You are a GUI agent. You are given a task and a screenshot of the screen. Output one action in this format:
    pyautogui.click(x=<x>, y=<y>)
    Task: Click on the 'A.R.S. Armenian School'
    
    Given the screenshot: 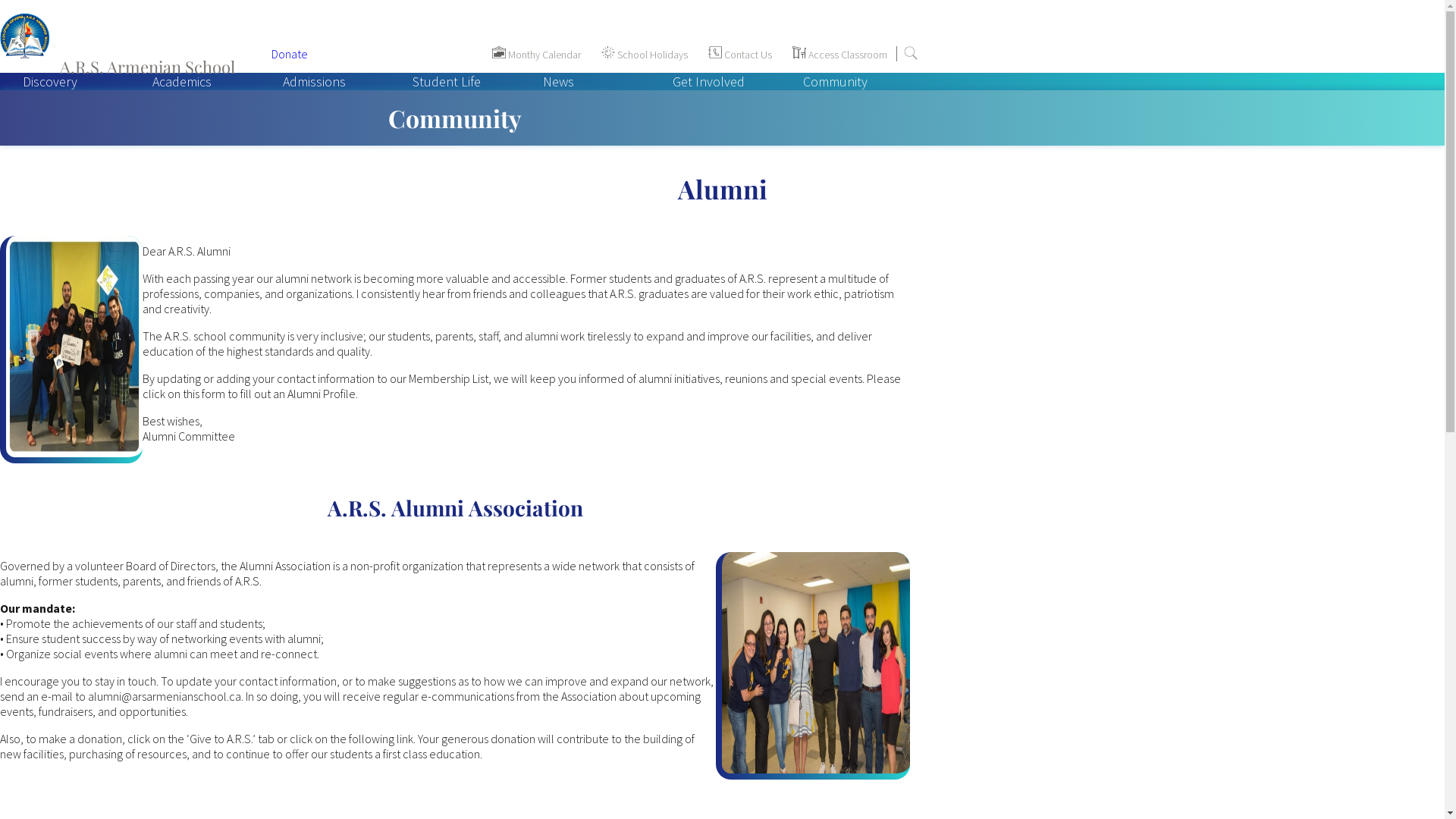 What is the action you would take?
    pyautogui.click(x=127, y=52)
    